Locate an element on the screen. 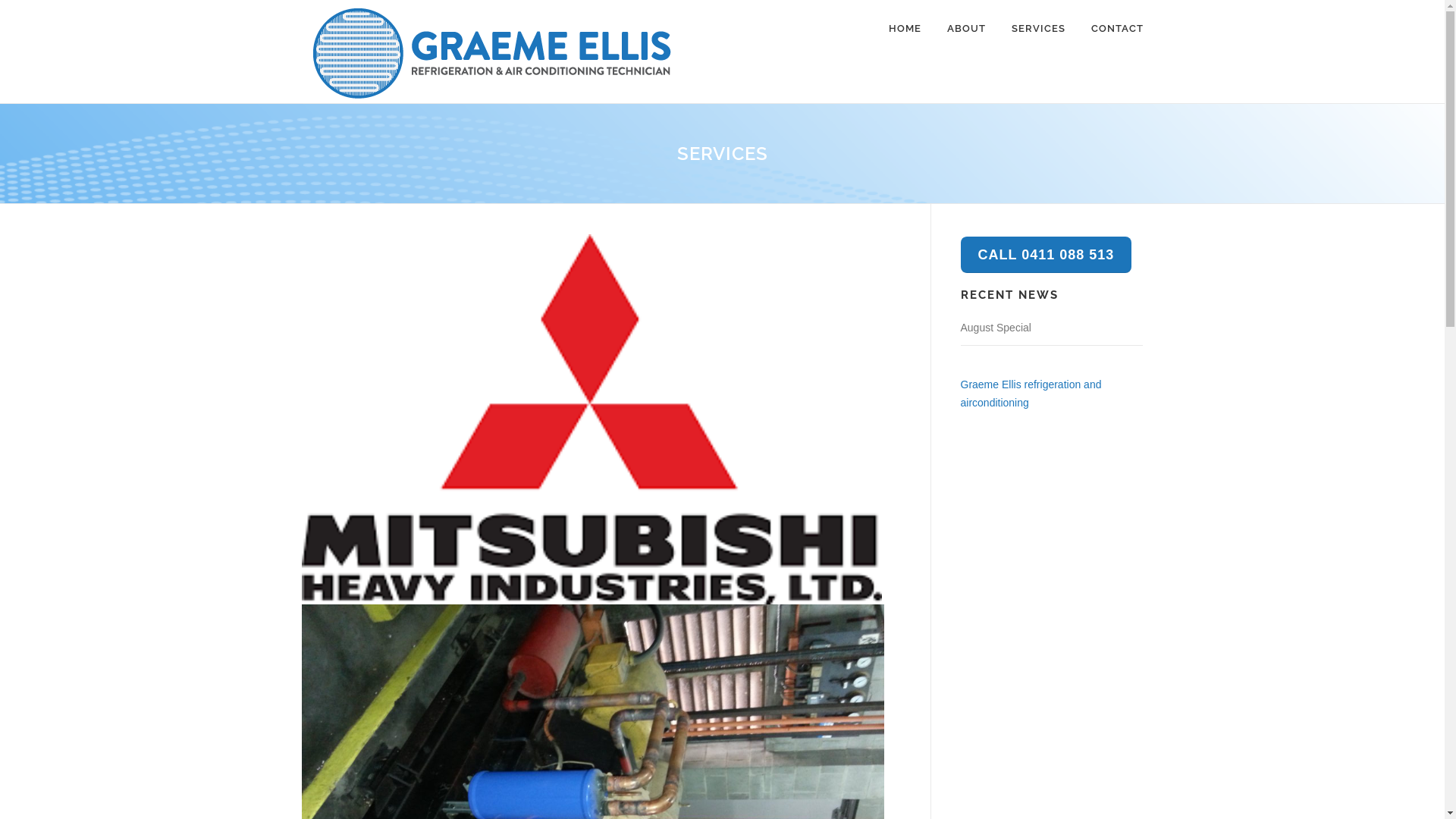  'ABOUT' is located at coordinates (965, 28).